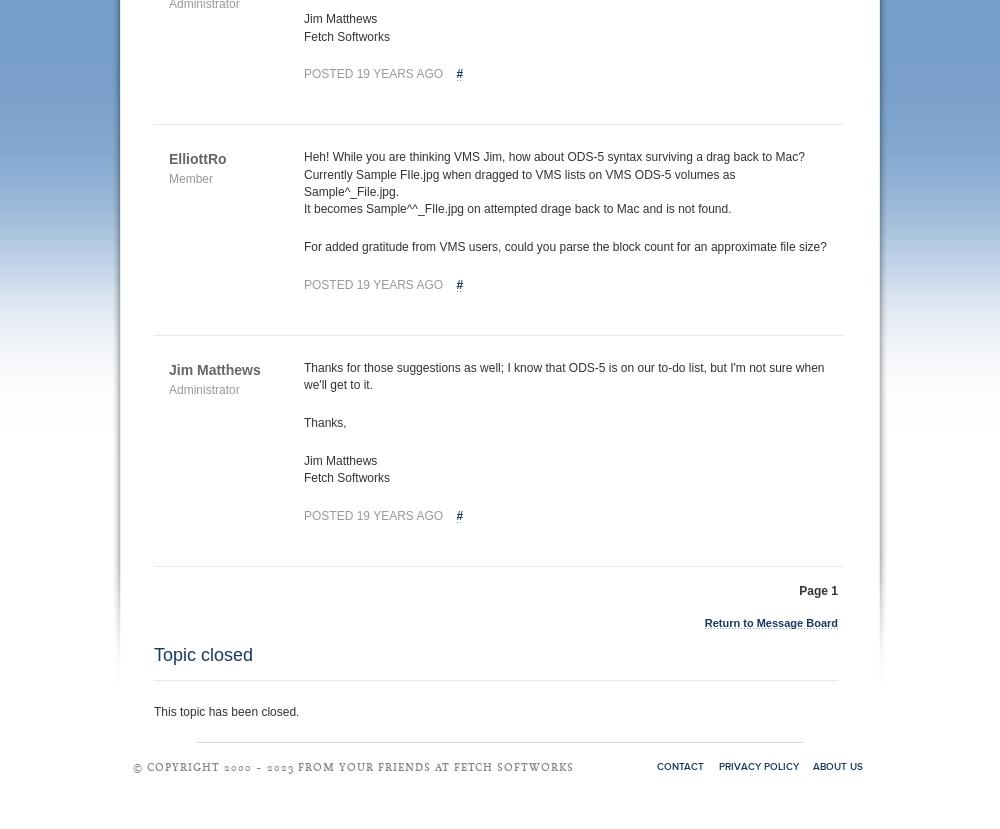 The image size is (1000, 829). What do you see at coordinates (564, 246) in the screenshot?
I see `'For added gratitude from VMS users, could you parse the block count for an approximate file size?'` at bounding box center [564, 246].